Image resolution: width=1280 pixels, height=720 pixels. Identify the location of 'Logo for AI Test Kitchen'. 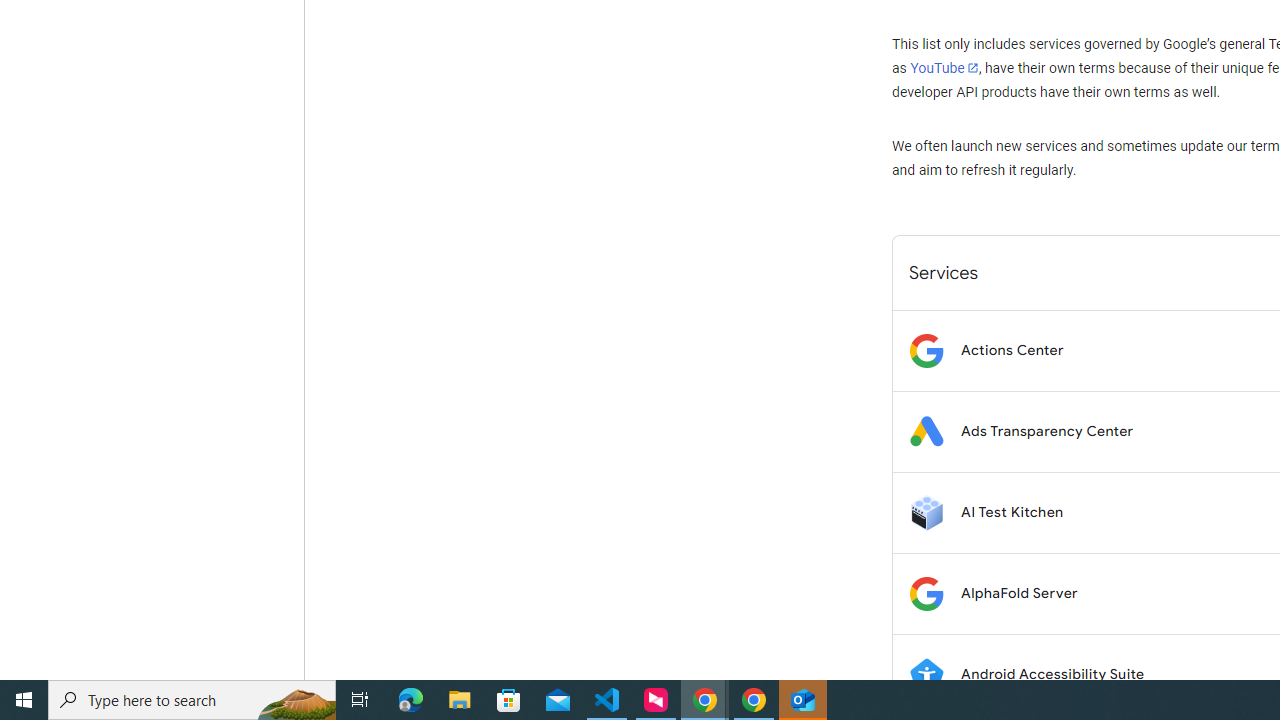
(925, 511).